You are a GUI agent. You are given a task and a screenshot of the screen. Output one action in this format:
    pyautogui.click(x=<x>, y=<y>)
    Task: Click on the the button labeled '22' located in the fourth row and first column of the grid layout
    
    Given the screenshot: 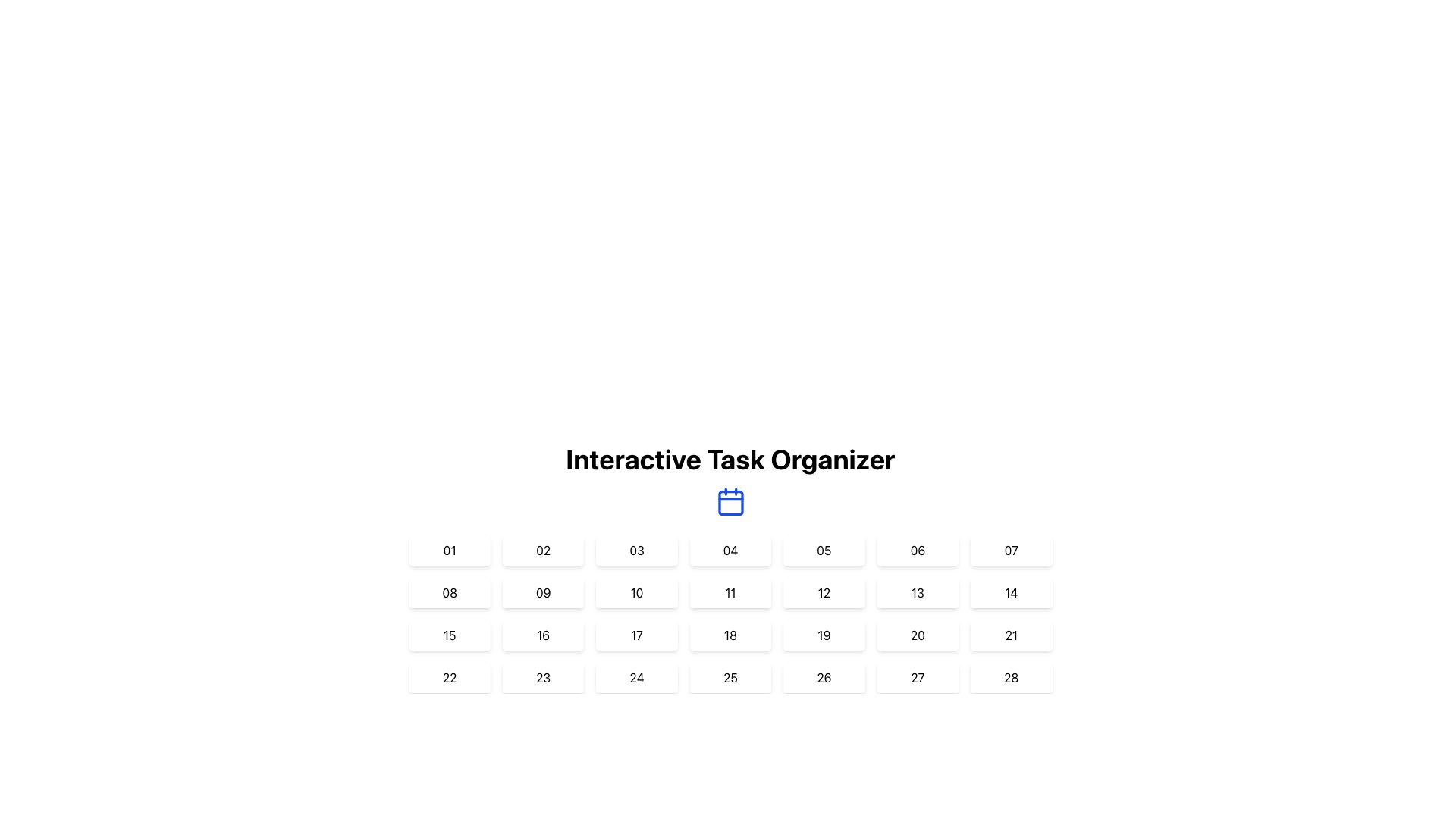 What is the action you would take?
    pyautogui.click(x=449, y=677)
    